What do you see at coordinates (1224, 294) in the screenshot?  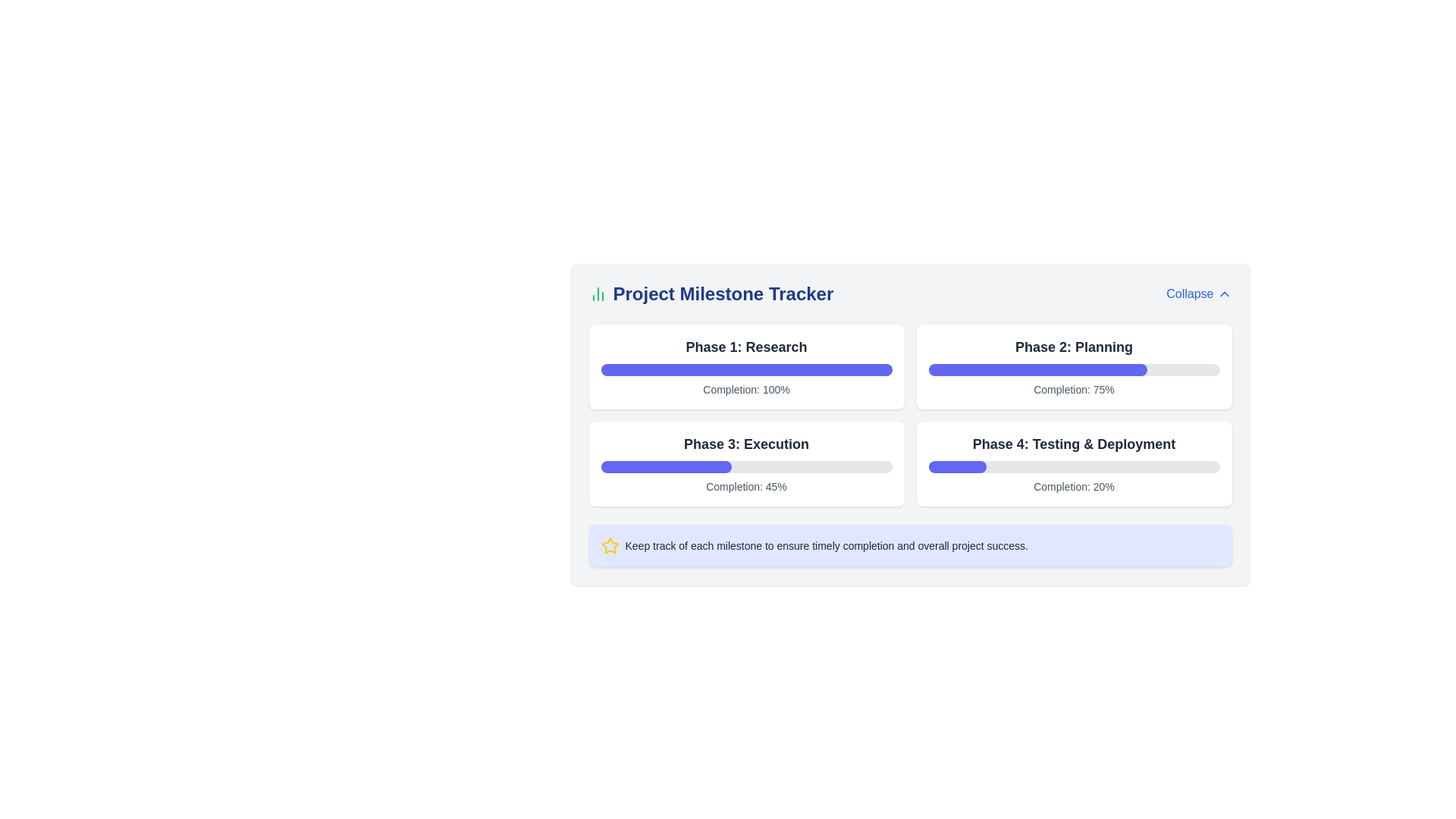 I see `the Chevron up icon located in the top-right corner of the interface` at bounding box center [1224, 294].